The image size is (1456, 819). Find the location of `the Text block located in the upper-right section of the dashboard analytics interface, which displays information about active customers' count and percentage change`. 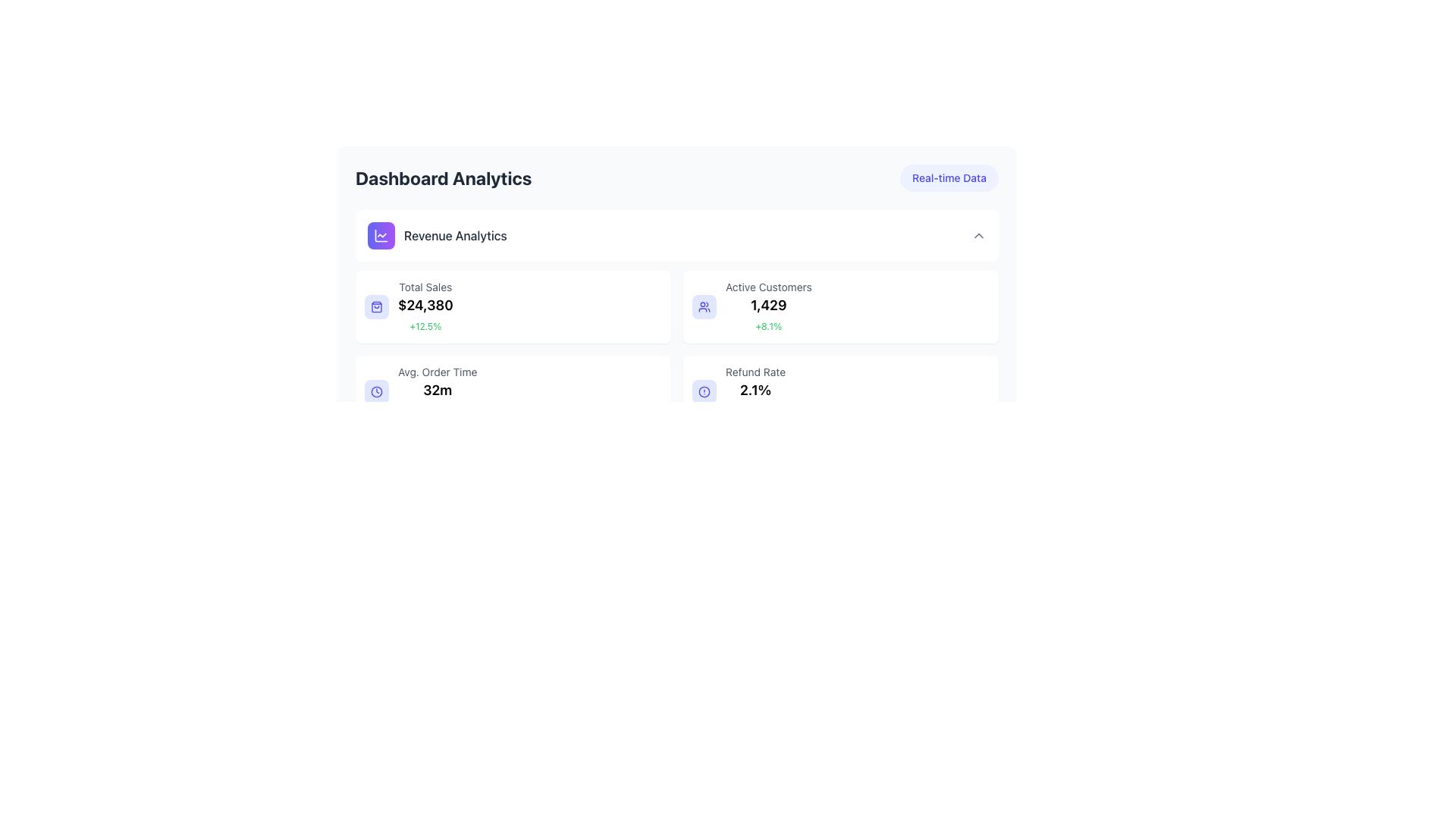

the Text block located in the upper-right section of the dashboard analytics interface, which displays information about active customers' count and percentage change is located at coordinates (768, 307).